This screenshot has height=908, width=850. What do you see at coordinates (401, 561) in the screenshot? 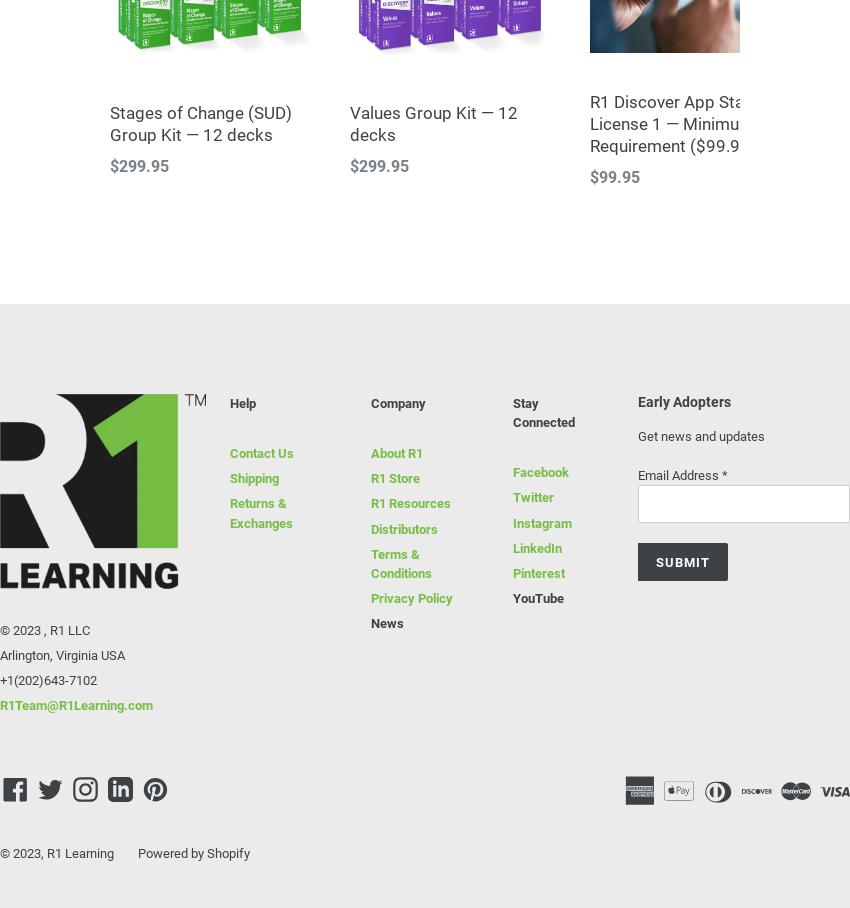
I see `'Terms & Conditions'` at bounding box center [401, 561].